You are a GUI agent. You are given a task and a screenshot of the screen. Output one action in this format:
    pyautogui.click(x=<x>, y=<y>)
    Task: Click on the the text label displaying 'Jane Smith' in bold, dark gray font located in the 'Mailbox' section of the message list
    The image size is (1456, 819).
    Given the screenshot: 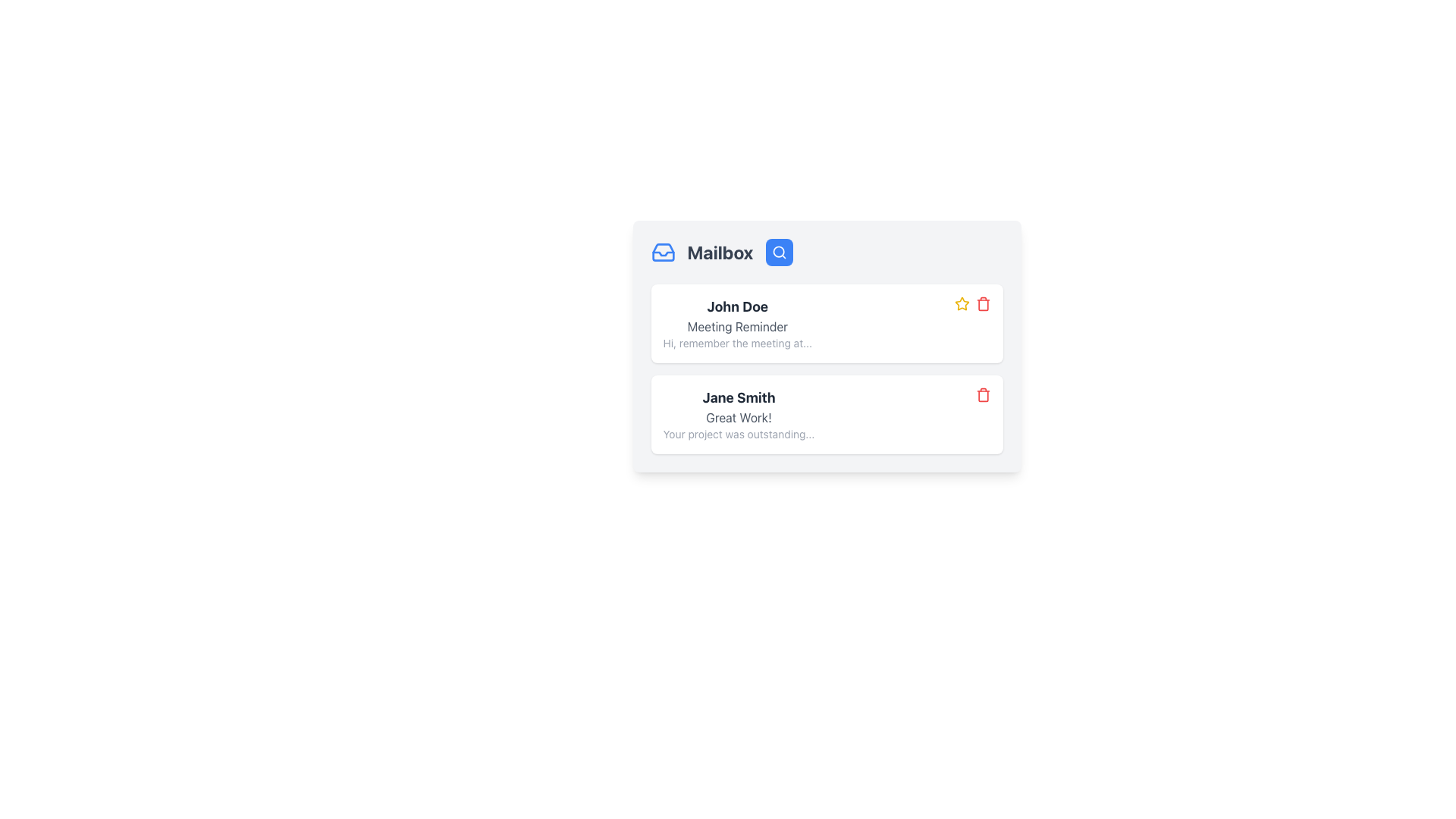 What is the action you would take?
    pyautogui.click(x=739, y=397)
    